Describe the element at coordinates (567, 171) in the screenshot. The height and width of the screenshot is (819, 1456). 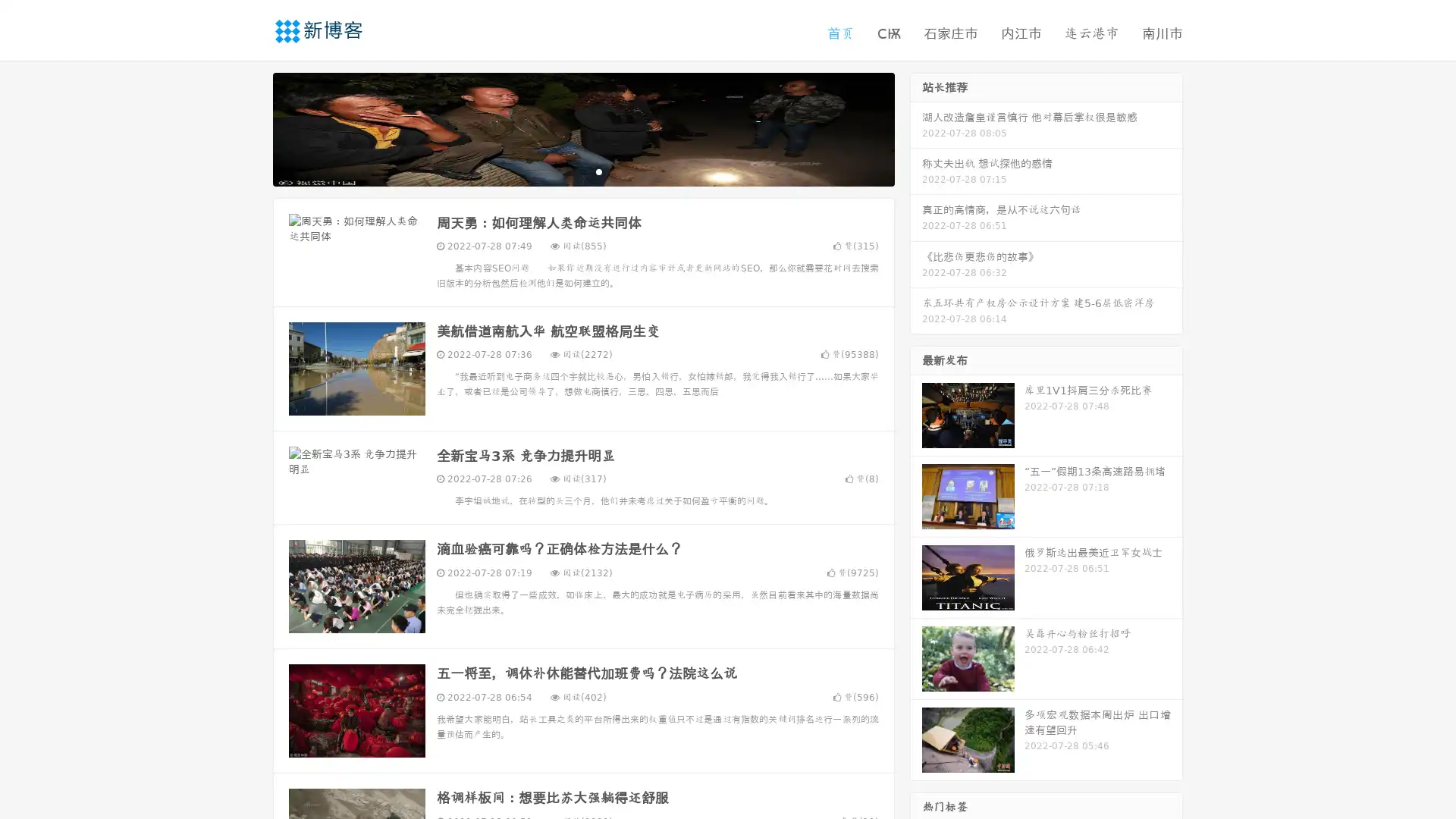
I see `Go to slide 1` at that location.